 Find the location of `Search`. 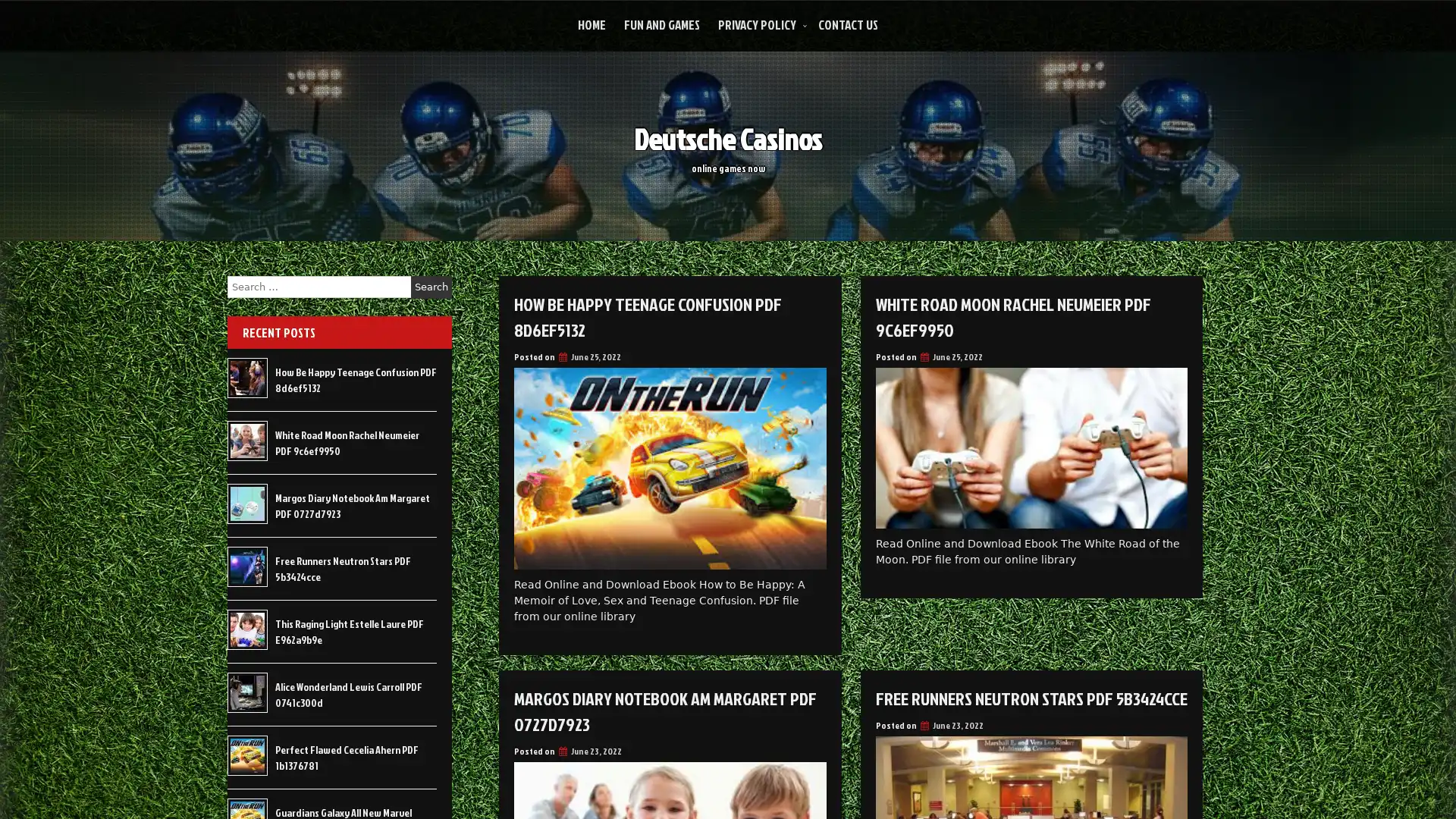

Search is located at coordinates (431, 287).